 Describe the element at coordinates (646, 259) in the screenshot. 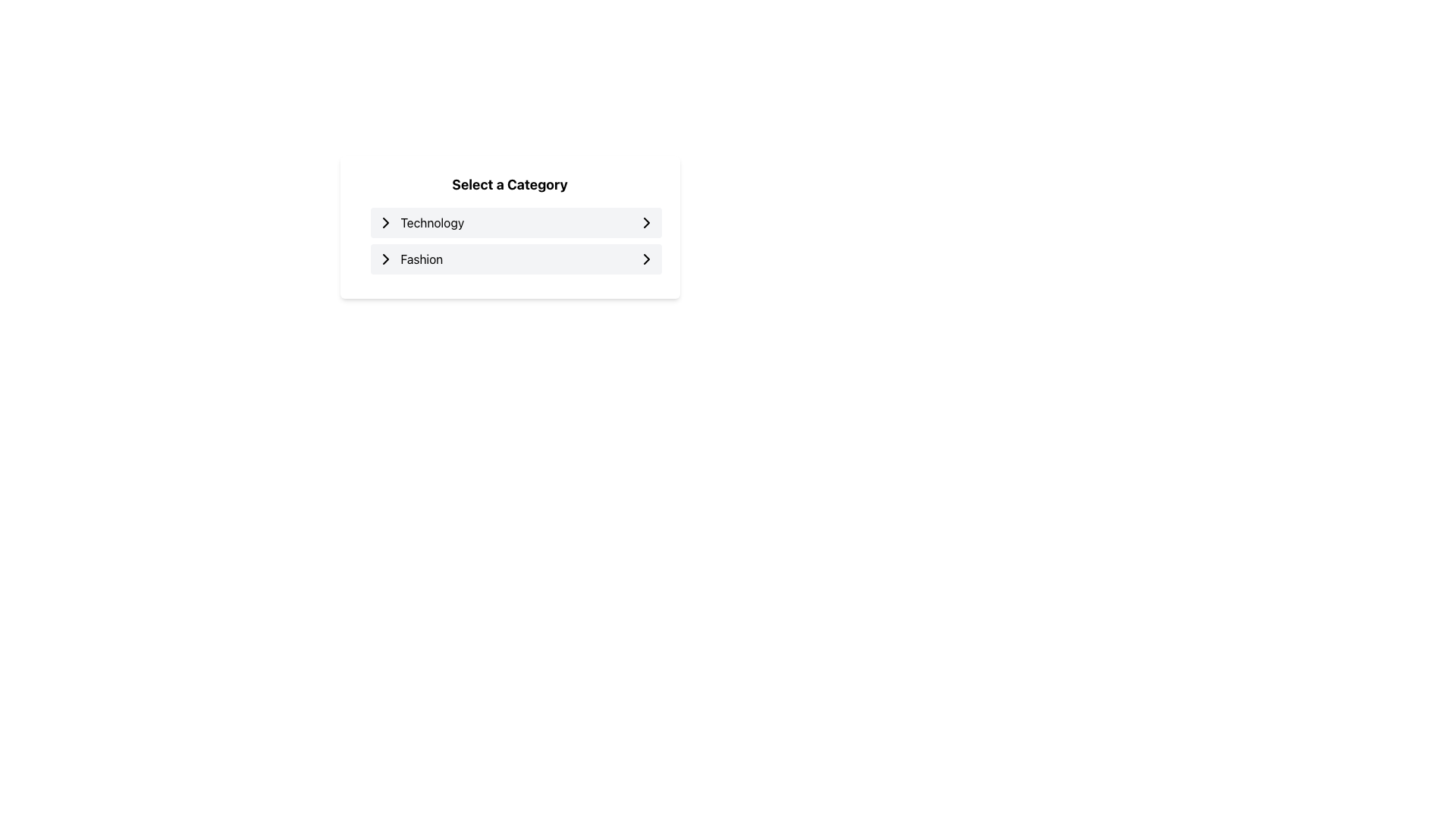

I see `the chevron icon (right arrow) next to the 'Fashion' category label in the category selection interface` at that location.